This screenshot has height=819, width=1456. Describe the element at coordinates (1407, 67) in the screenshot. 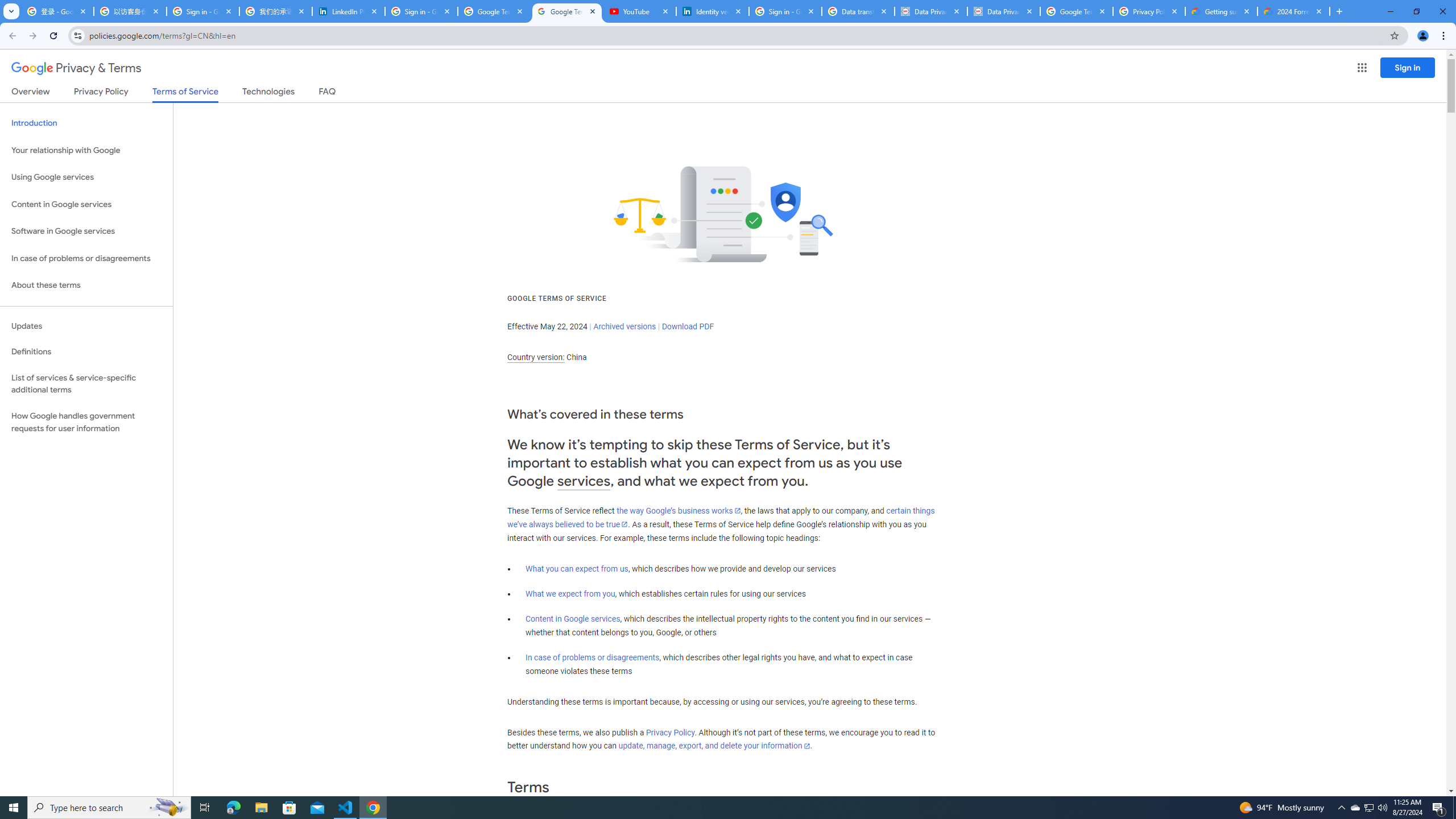

I see `'Sign in'` at that location.